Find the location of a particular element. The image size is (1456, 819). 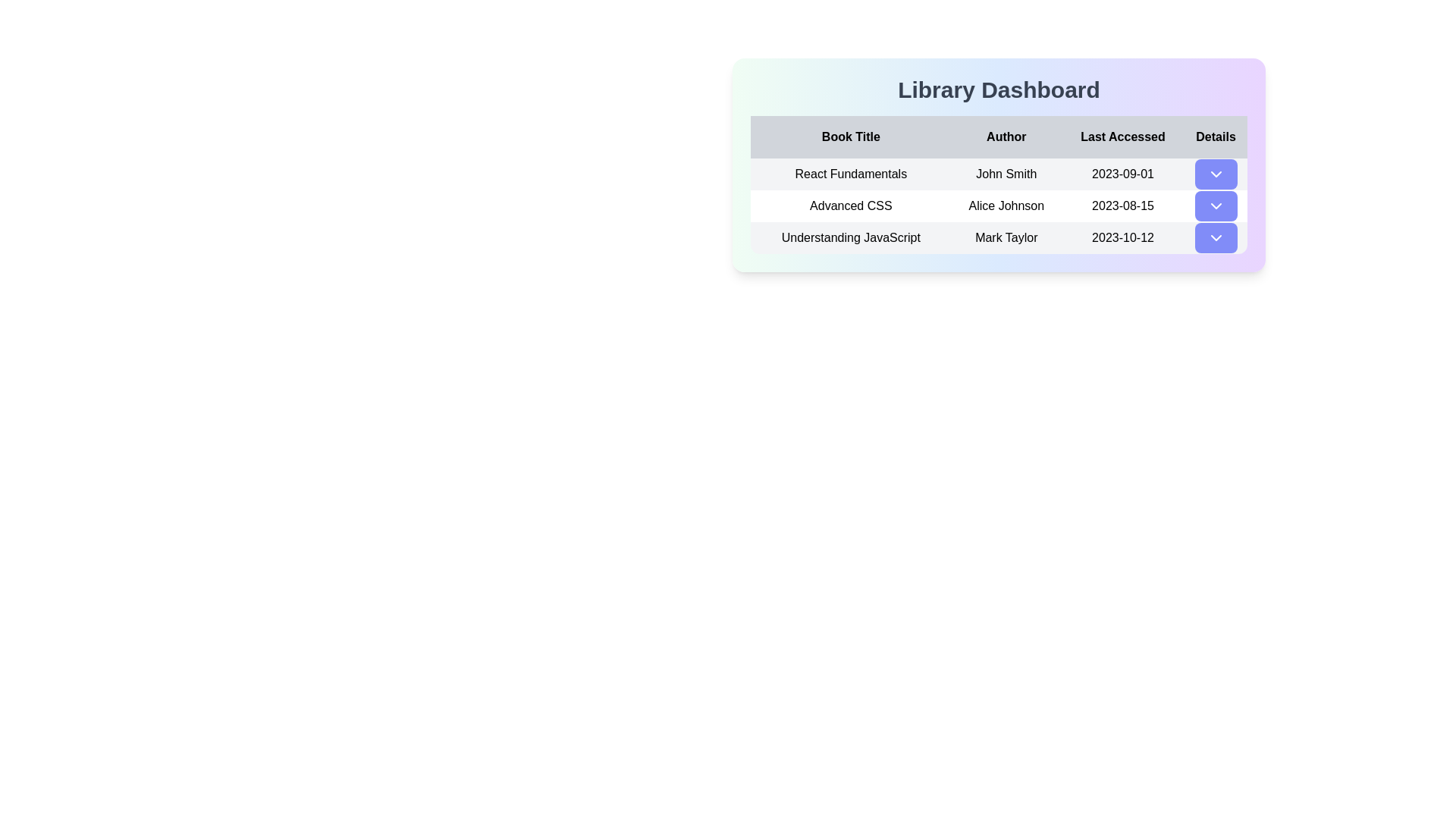

the static text label that serves as the header for the first column of the table, which lists book titles is located at coordinates (851, 137).